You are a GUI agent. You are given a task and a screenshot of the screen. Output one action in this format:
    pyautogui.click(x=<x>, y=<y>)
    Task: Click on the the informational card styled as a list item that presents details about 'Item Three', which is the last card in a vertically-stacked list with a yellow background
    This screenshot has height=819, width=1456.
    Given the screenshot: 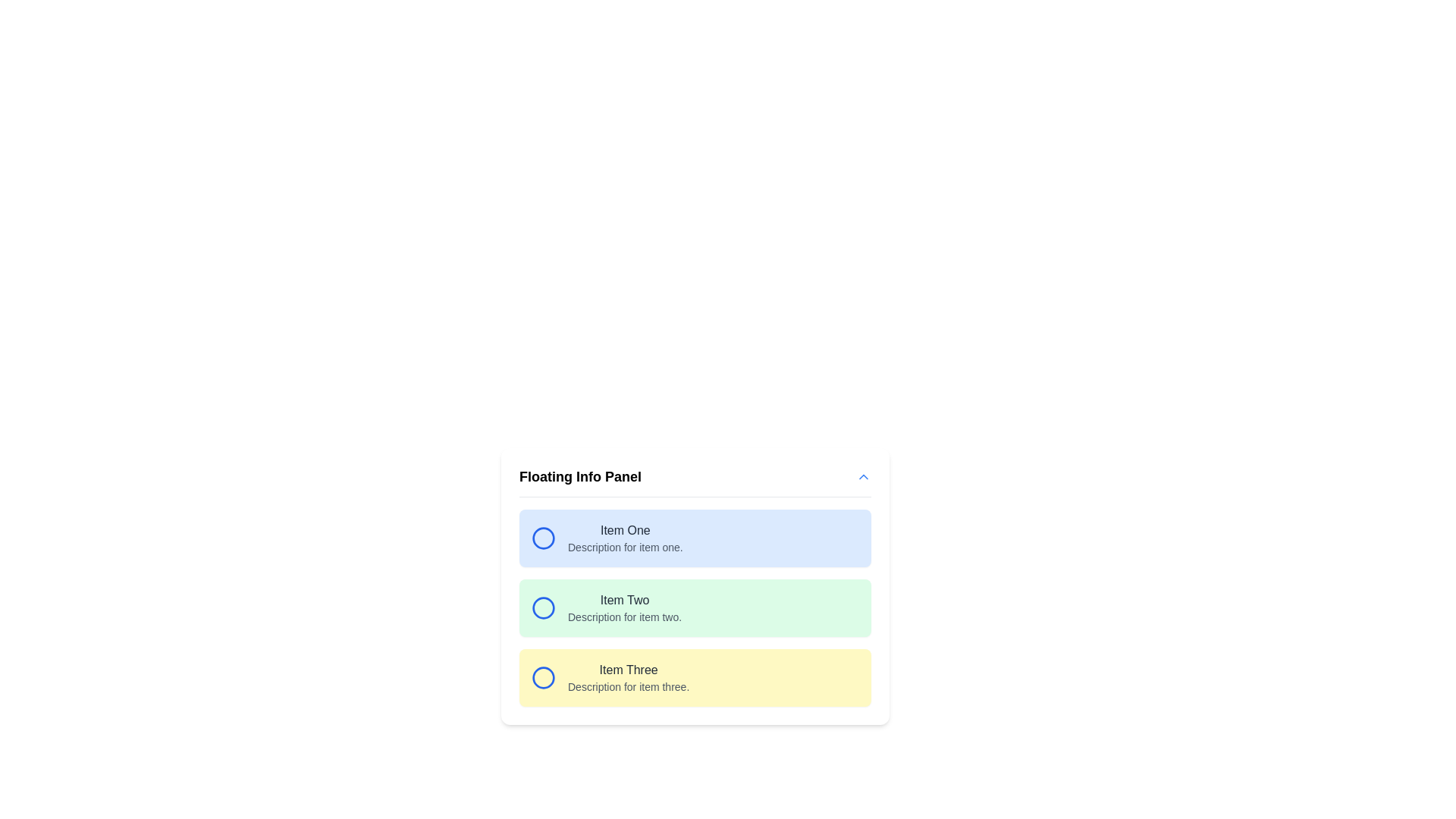 What is the action you would take?
    pyautogui.click(x=694, y=677)
    